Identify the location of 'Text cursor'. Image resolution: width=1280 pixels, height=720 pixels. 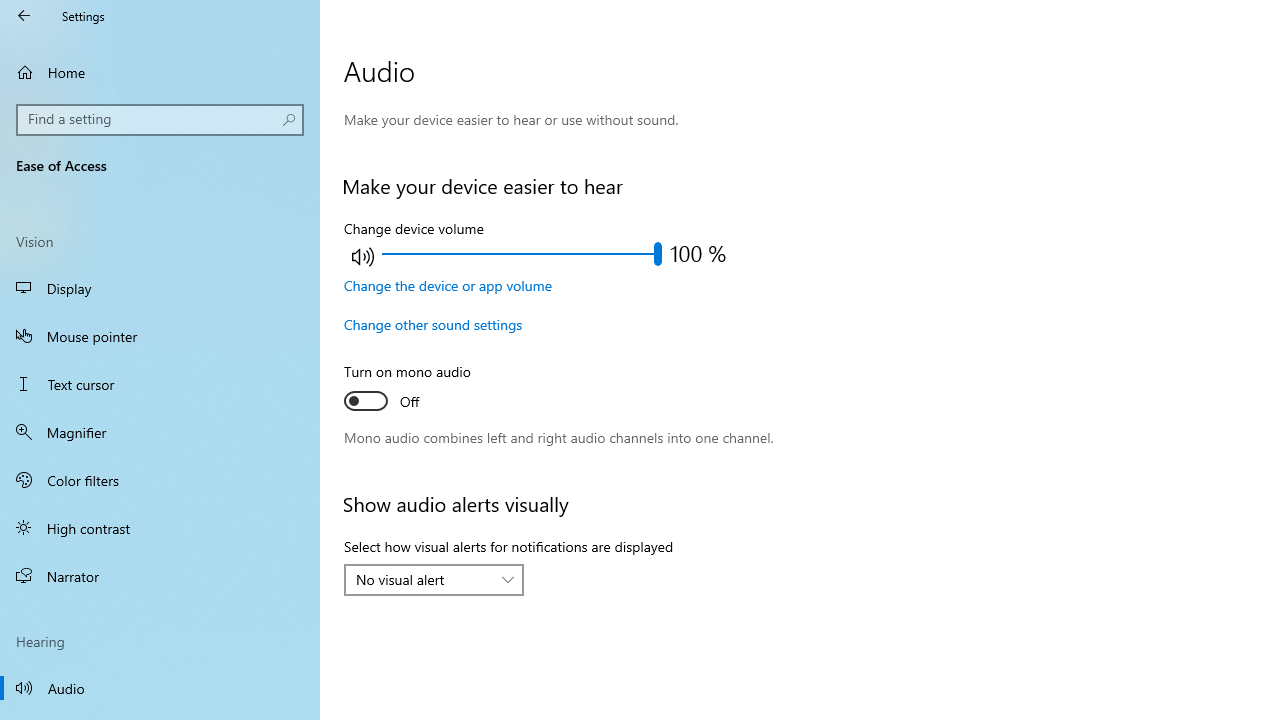
(160, 384).